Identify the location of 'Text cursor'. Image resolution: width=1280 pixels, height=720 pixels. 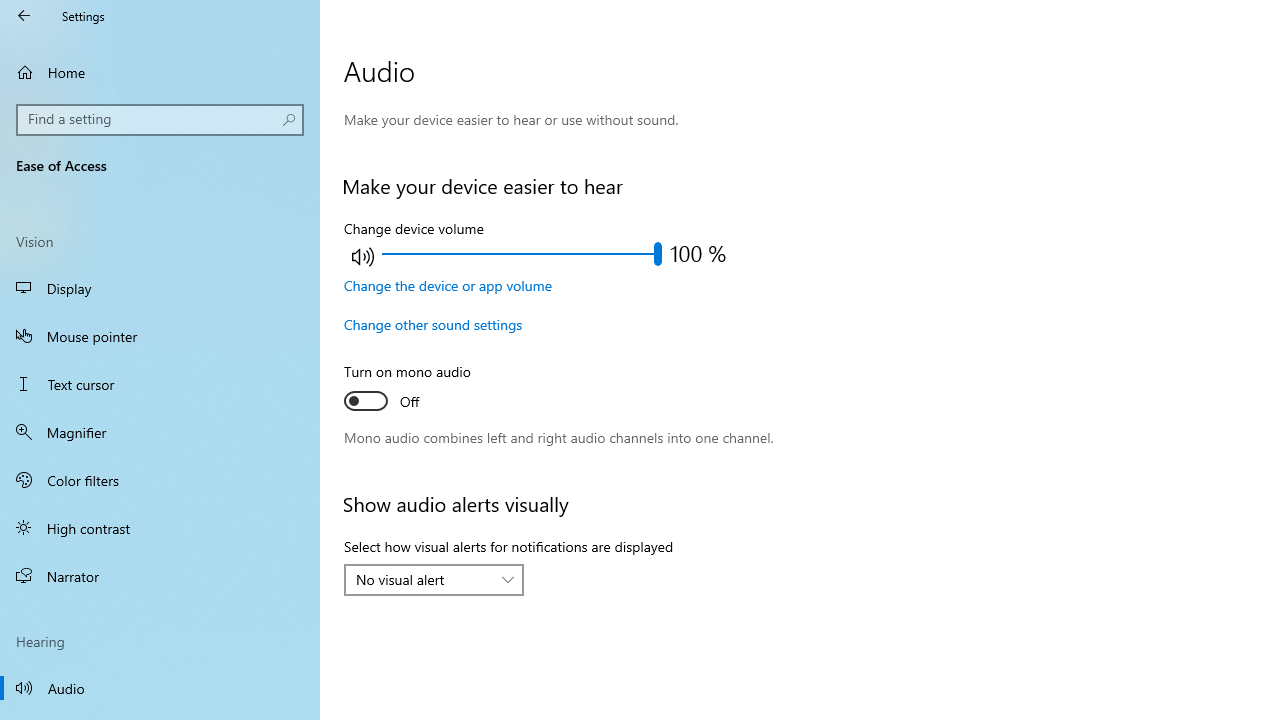
(160, 384).